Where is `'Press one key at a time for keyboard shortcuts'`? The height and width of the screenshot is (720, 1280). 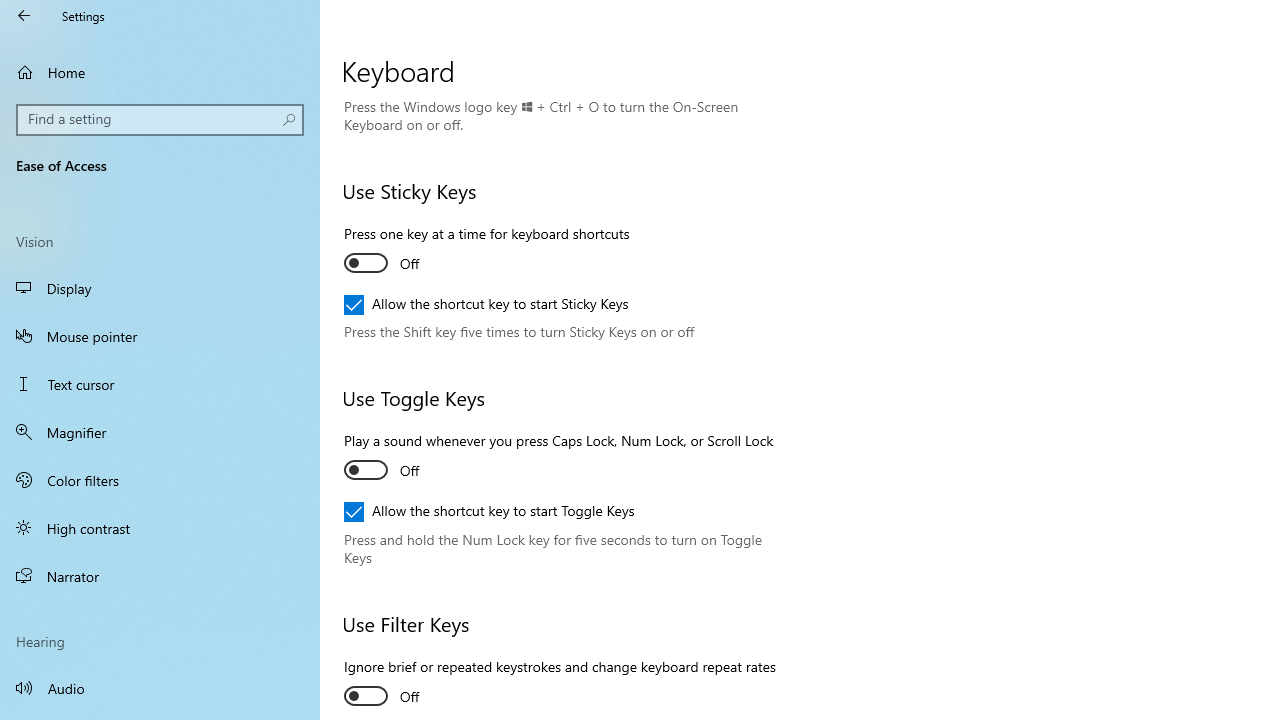
'Press one key at a time for keyboard shortcuts' is located at coordinates (487, 250).